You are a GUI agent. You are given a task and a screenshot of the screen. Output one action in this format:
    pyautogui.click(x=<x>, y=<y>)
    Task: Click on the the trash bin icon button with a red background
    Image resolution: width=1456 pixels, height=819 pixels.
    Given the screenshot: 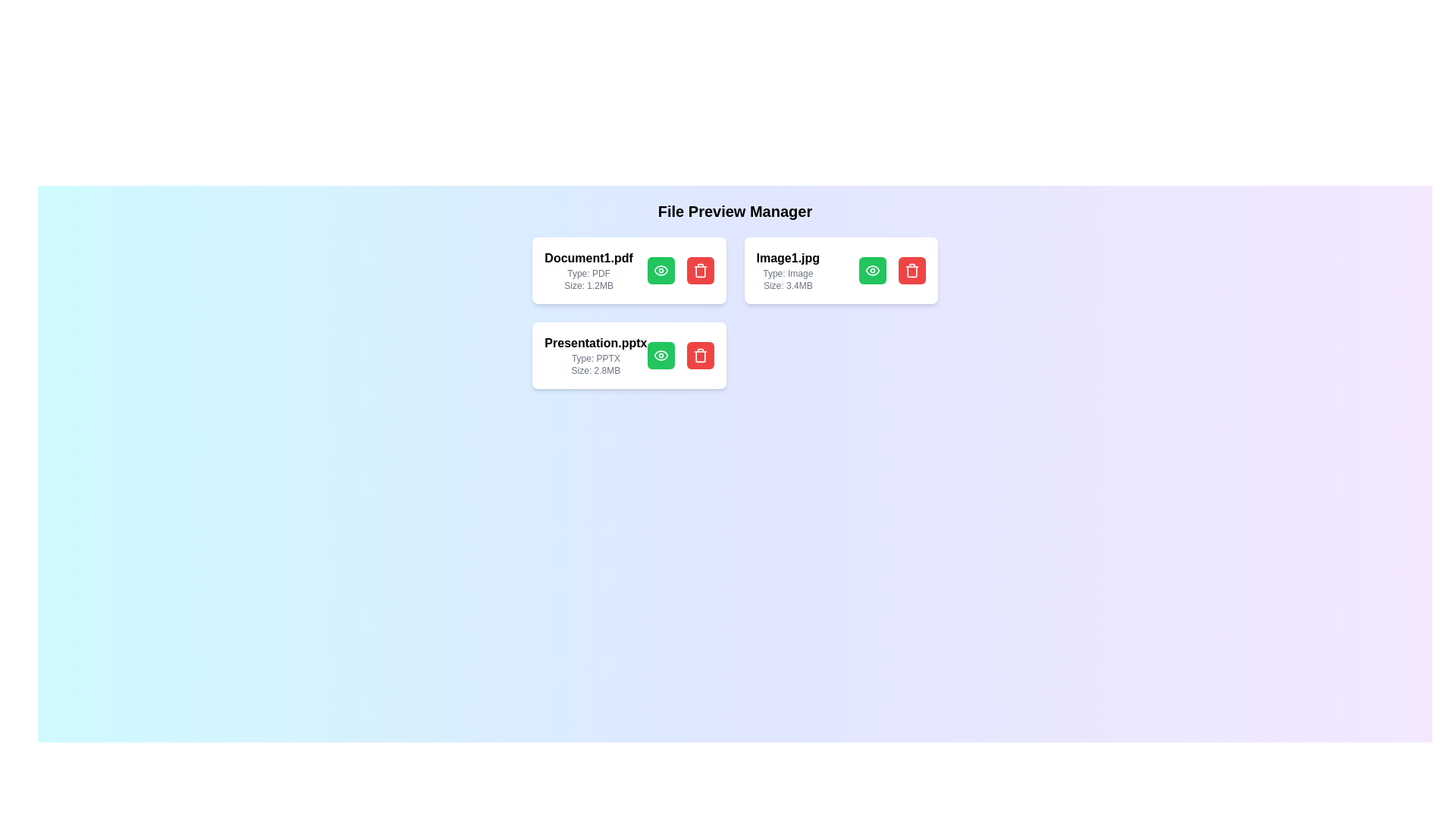 What is the action you would take?
    pyautogui.click(x=911, y=270)
    